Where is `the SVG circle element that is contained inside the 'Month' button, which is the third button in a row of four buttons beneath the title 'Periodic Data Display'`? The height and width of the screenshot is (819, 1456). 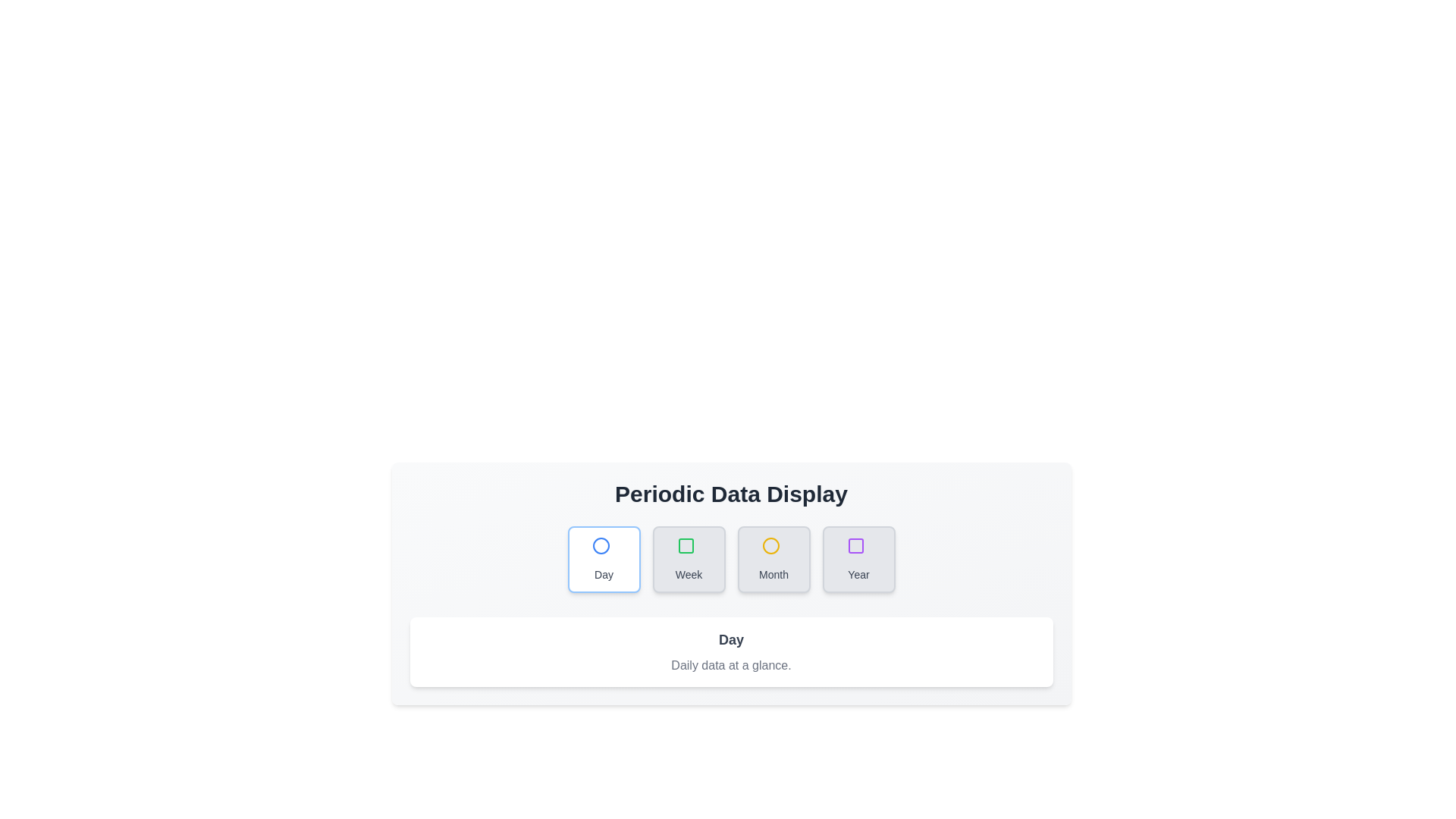
the SVG circle element that is contained inside the 'Month' button, which is the third button in a row of four buttons beneath the title 'Periodic Data Display' is located at coordinates (770, 546).